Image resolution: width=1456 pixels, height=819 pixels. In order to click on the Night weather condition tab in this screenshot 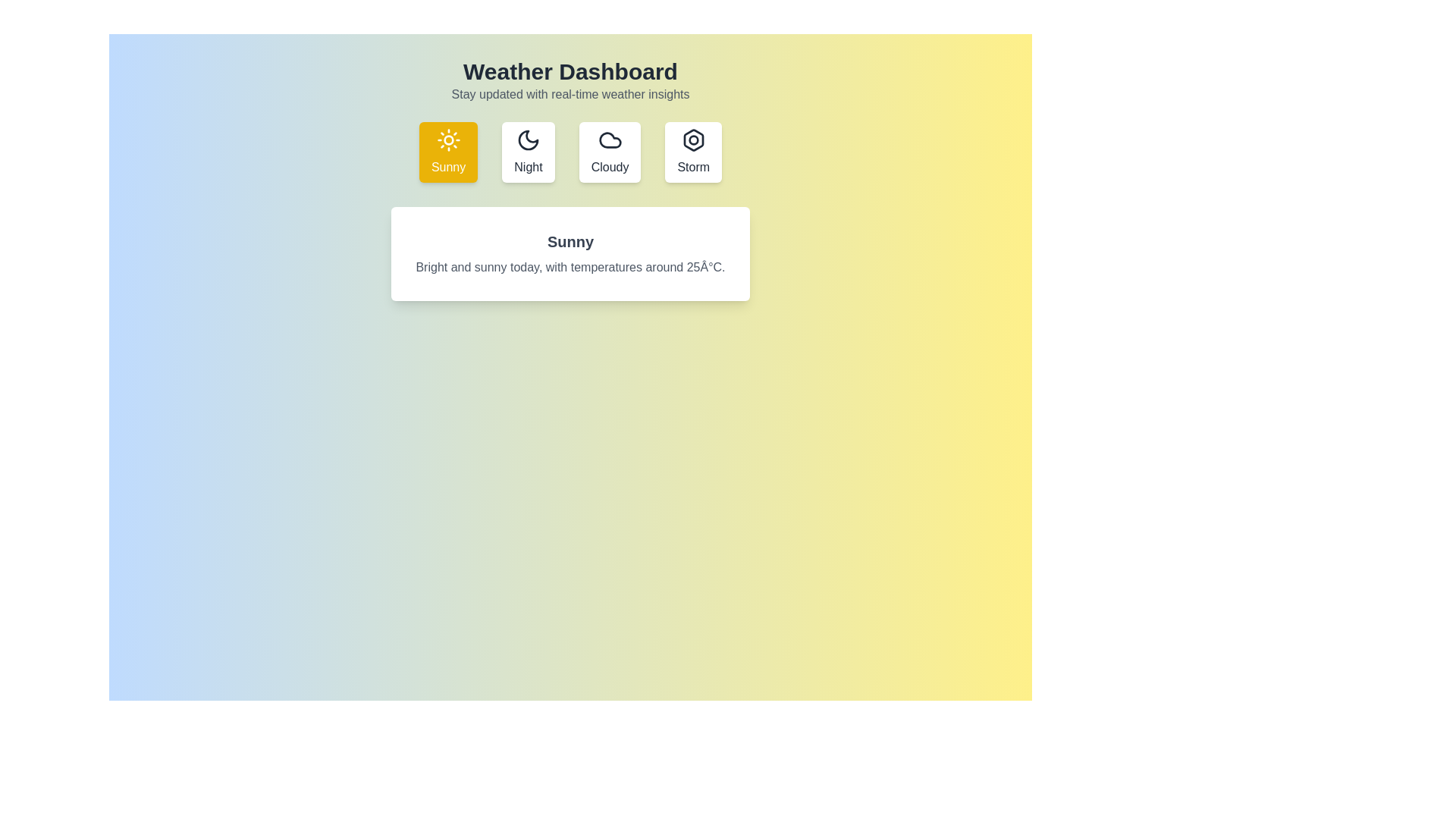, I will do `click(528, 152)`.